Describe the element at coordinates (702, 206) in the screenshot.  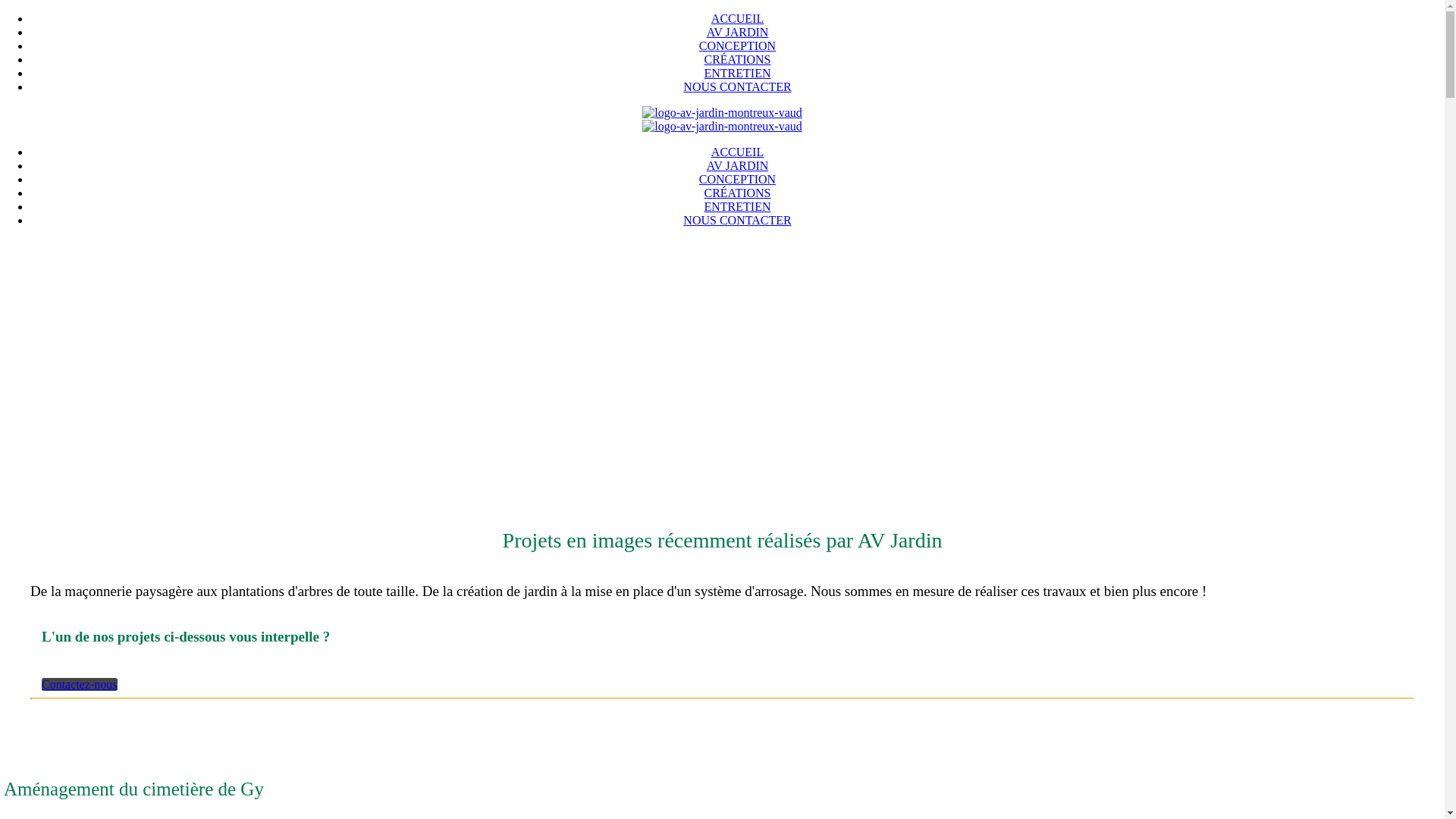
I see `'ENTRETIEN'` at that location.